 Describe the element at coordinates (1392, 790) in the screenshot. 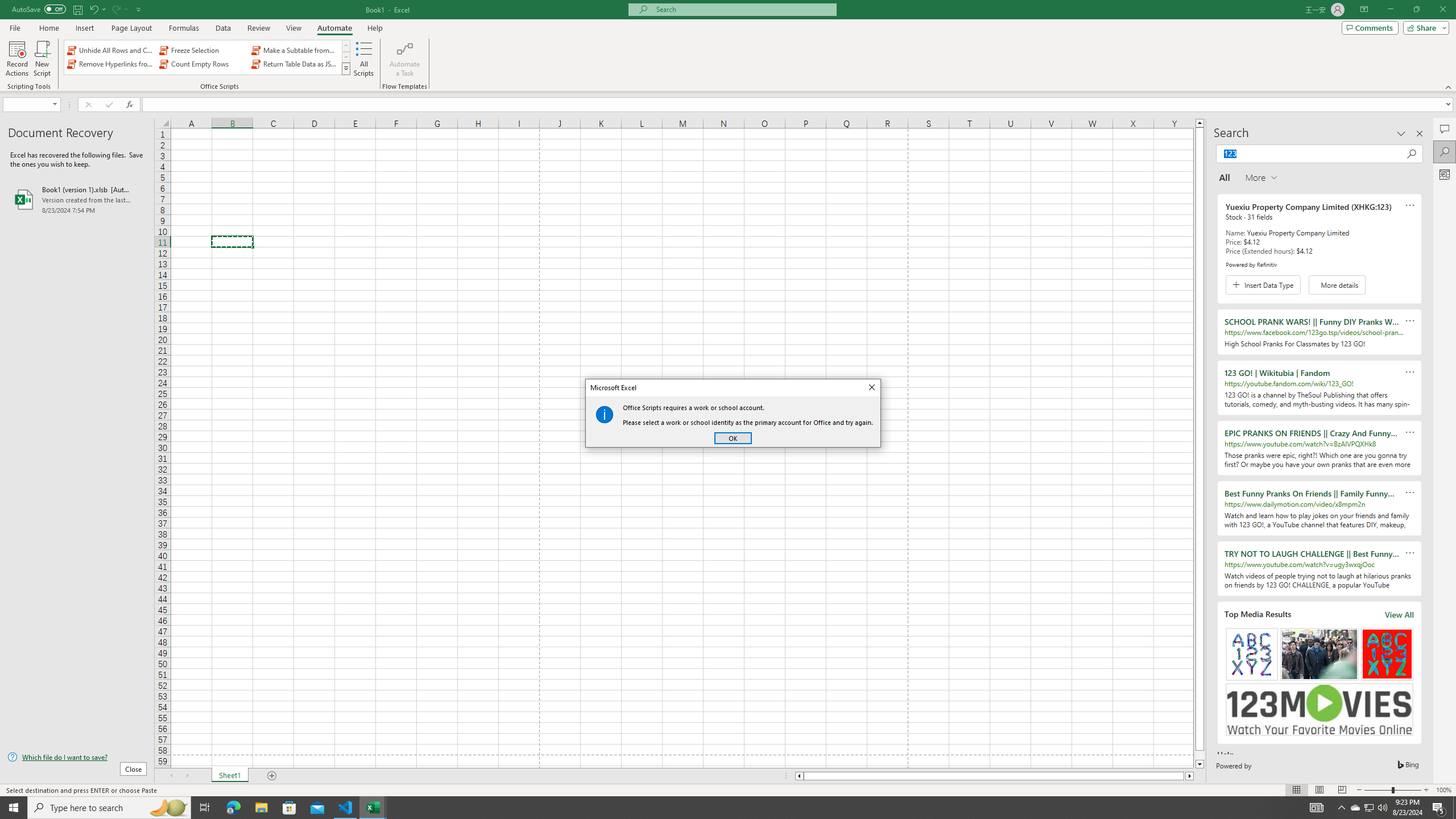

I see `'Zoom'` at that location.